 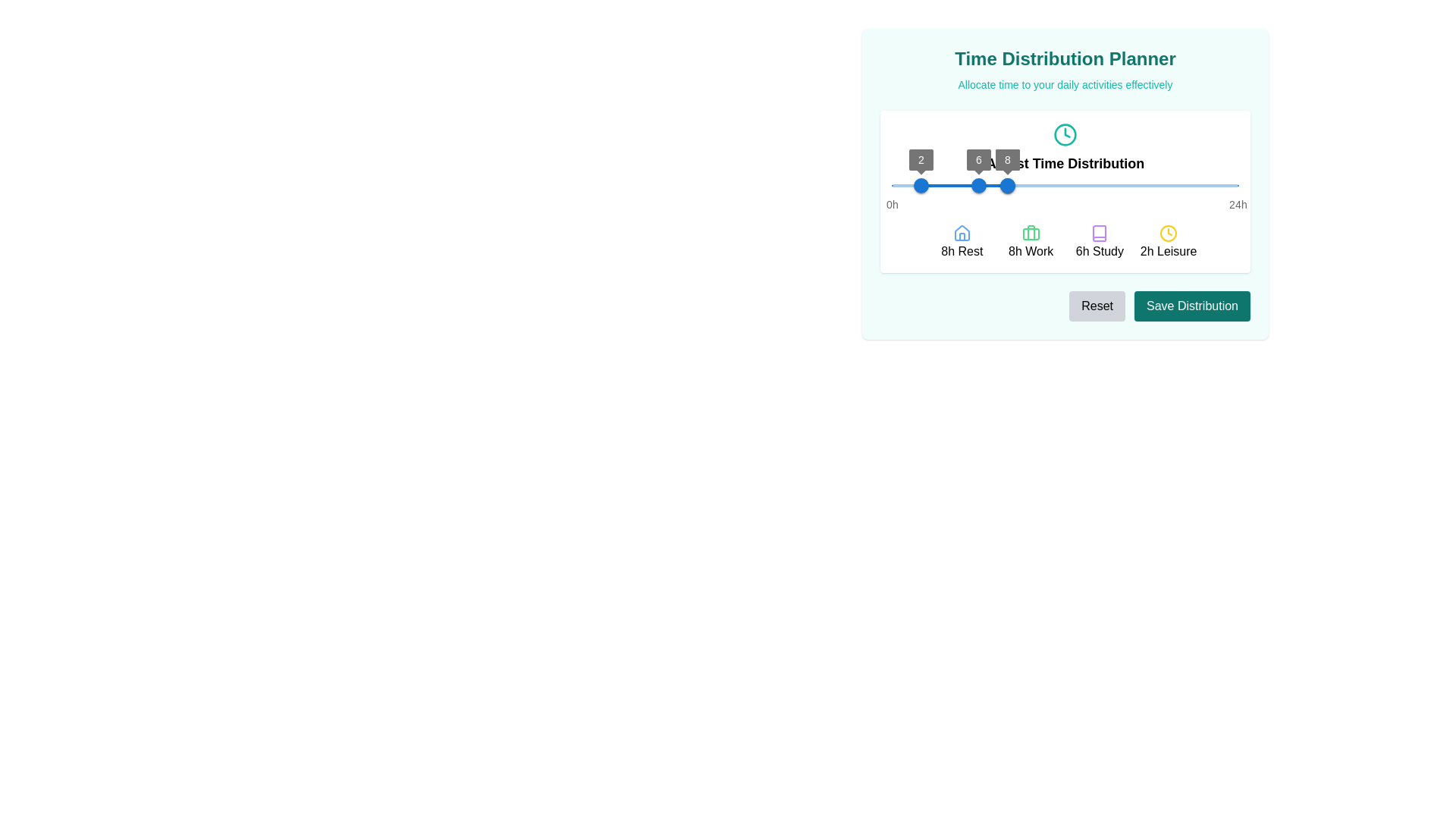 What do you see at coordinates (1097, 306) in the screenshot?
I see `the 'Reset' button with a gray background and rounded corners located at the bottom-right section of the 'Time Distribution Planner' card` at bounding box center [1097, 306].